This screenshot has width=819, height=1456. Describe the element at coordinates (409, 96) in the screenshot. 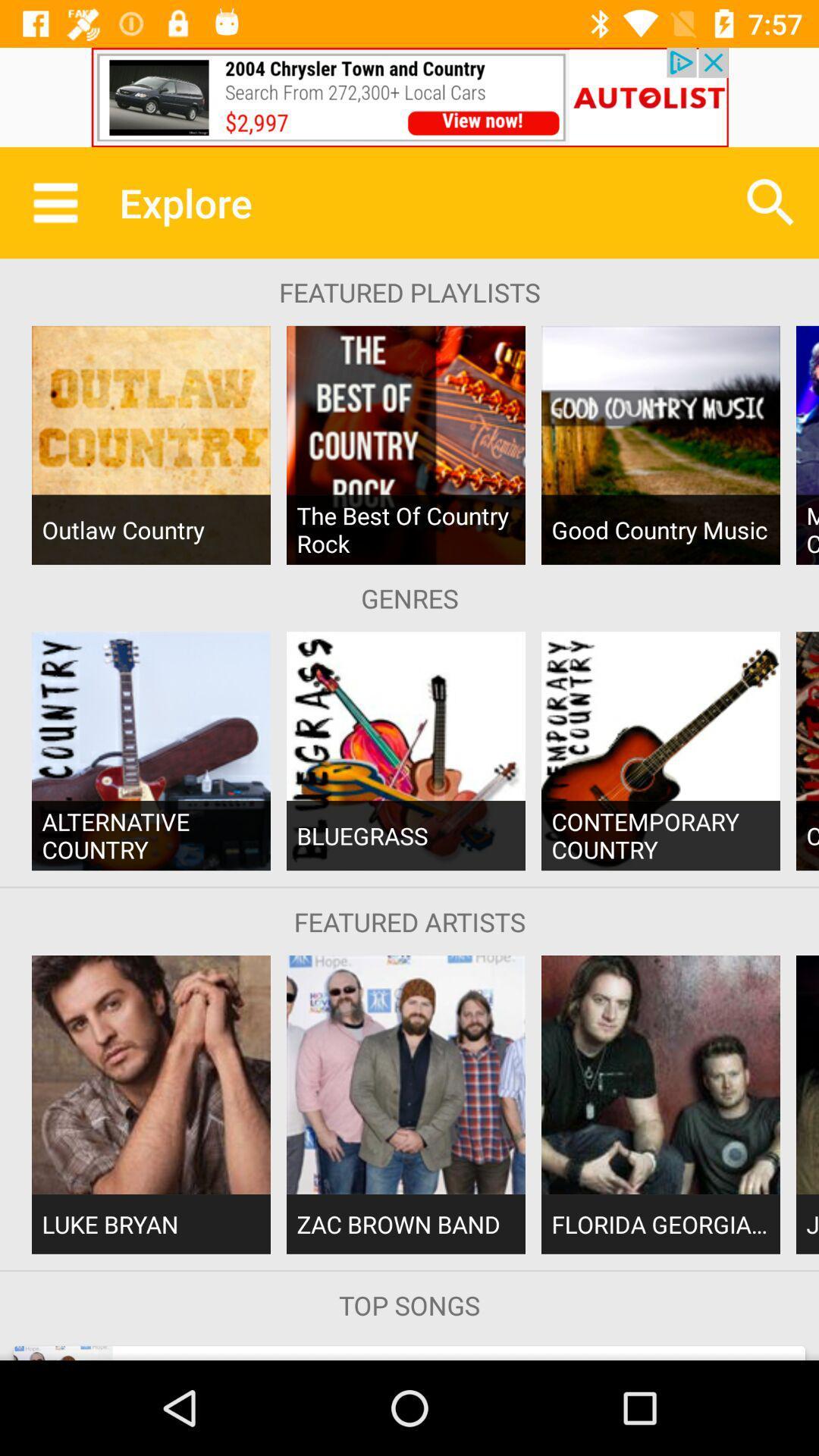

I see `advertisement adding button` at that location.